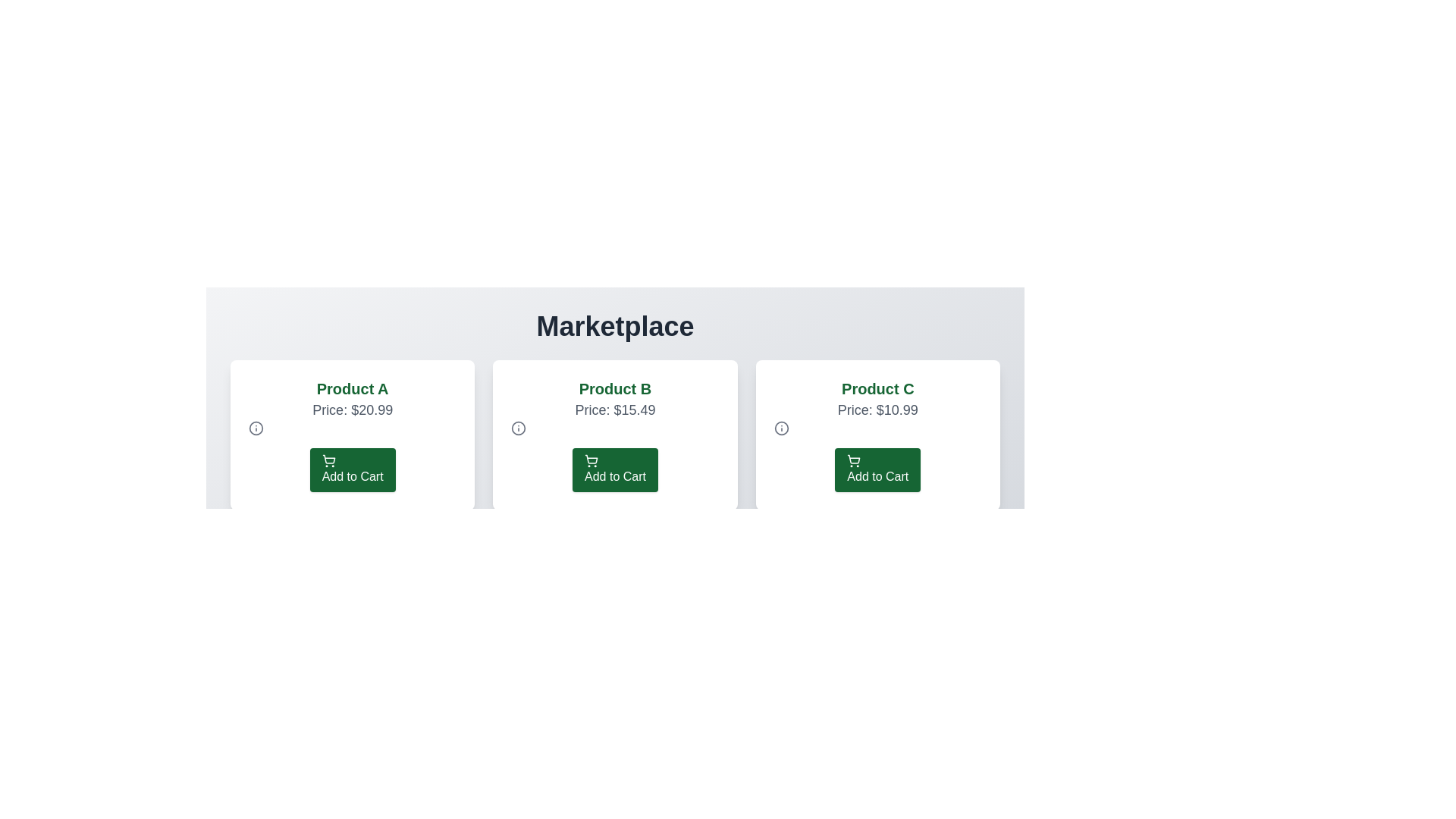  What do you see at coordinates (781, 428) in the screenshot?
I see `the circular icon with an 'i' symbol in the middle, located in the product card for 'Product C', positioned below the price label and above the 'Add to Cart' button` at bounding box center [781, 428].